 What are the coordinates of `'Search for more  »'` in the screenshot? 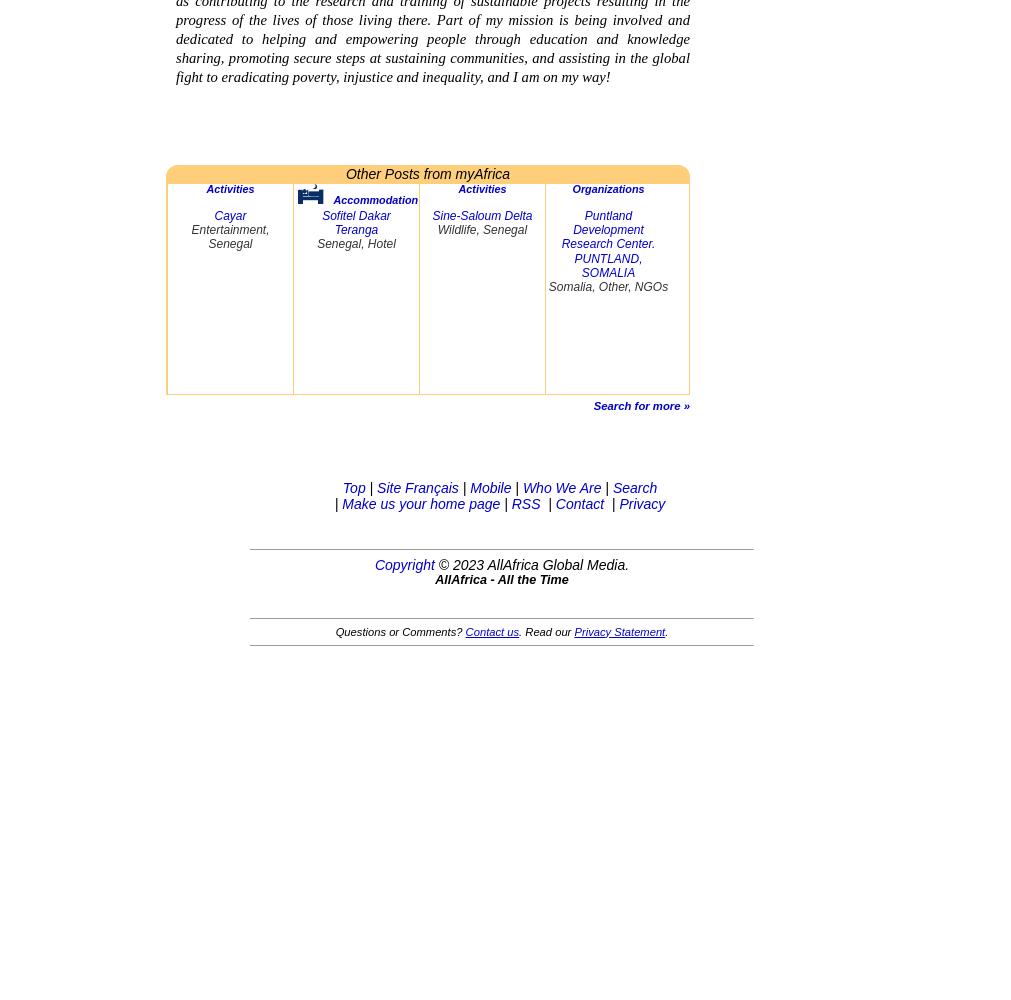 It's located at (641, 405).